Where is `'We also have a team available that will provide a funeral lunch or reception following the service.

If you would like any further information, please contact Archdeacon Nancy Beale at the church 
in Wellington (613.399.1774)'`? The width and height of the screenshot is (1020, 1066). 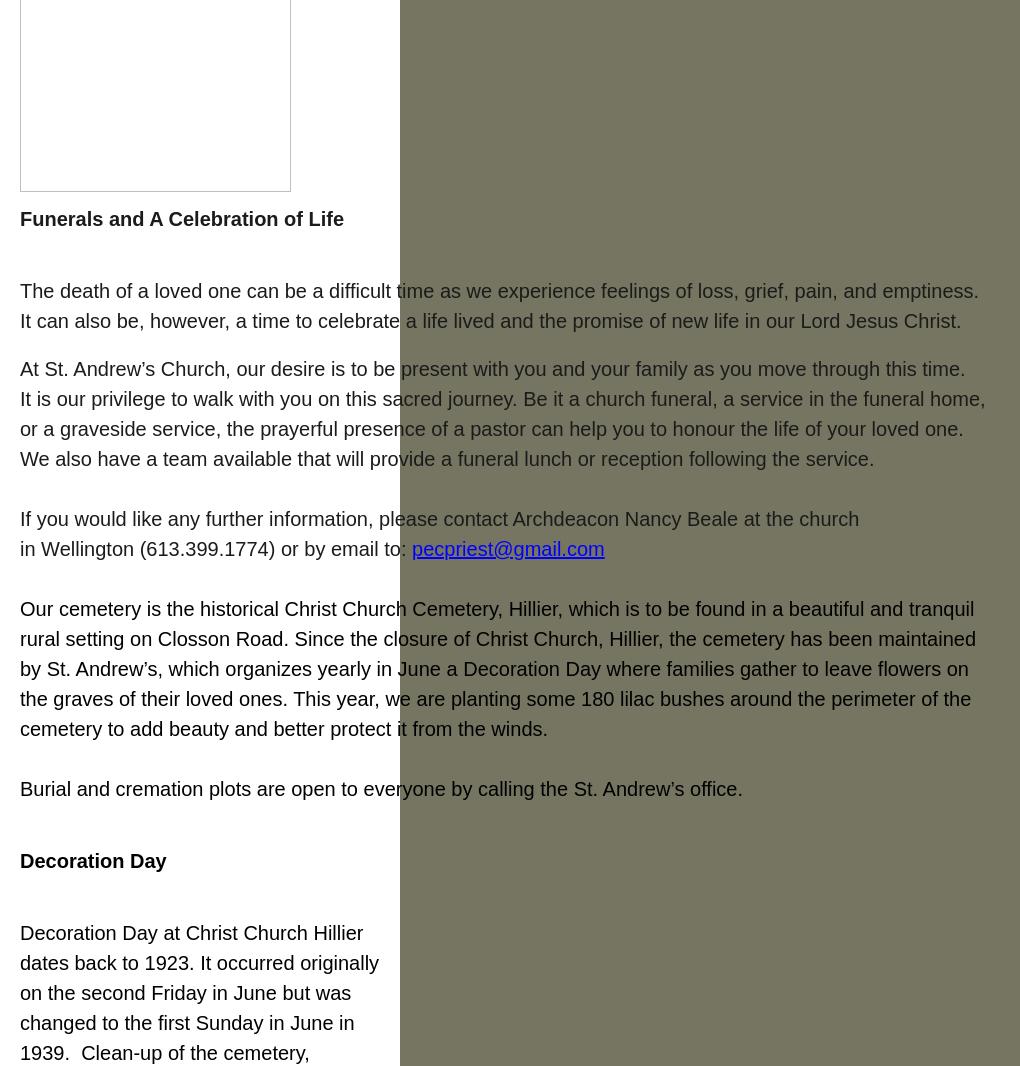 'We also have a team available that will provide a funeral lunch or reception following the service.

If you would like any further information, please contact Archdeacon Nancy Beale at the church 
in Wellington (613.399.1774)' is located at coordinates (445, 504).